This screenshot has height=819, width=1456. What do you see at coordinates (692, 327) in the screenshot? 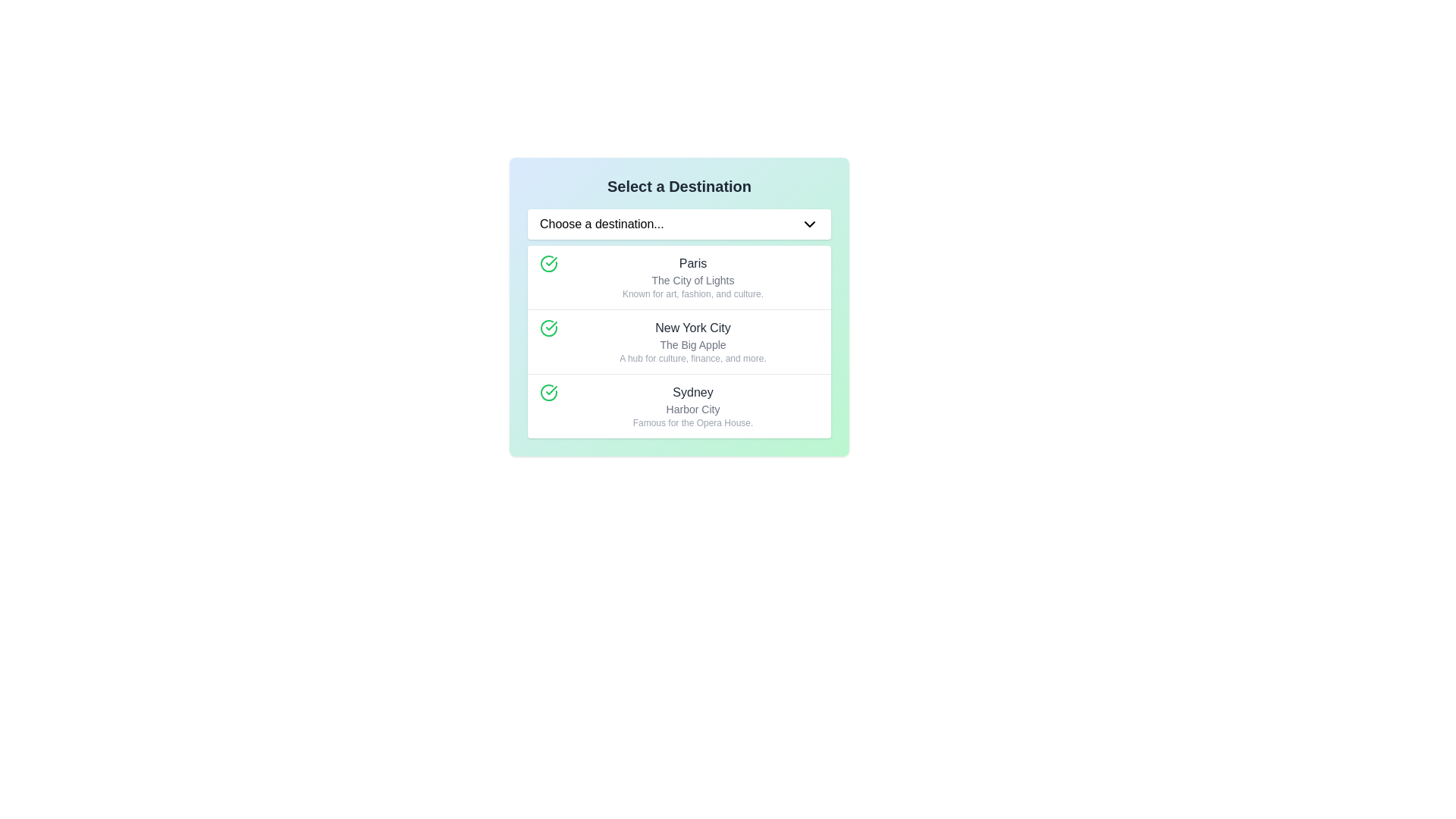
I see `the Text label that serves as a title or identifier for a location in the list, positioned between 'Paris' and 'Sydney'` at bounding box center [692, 327].